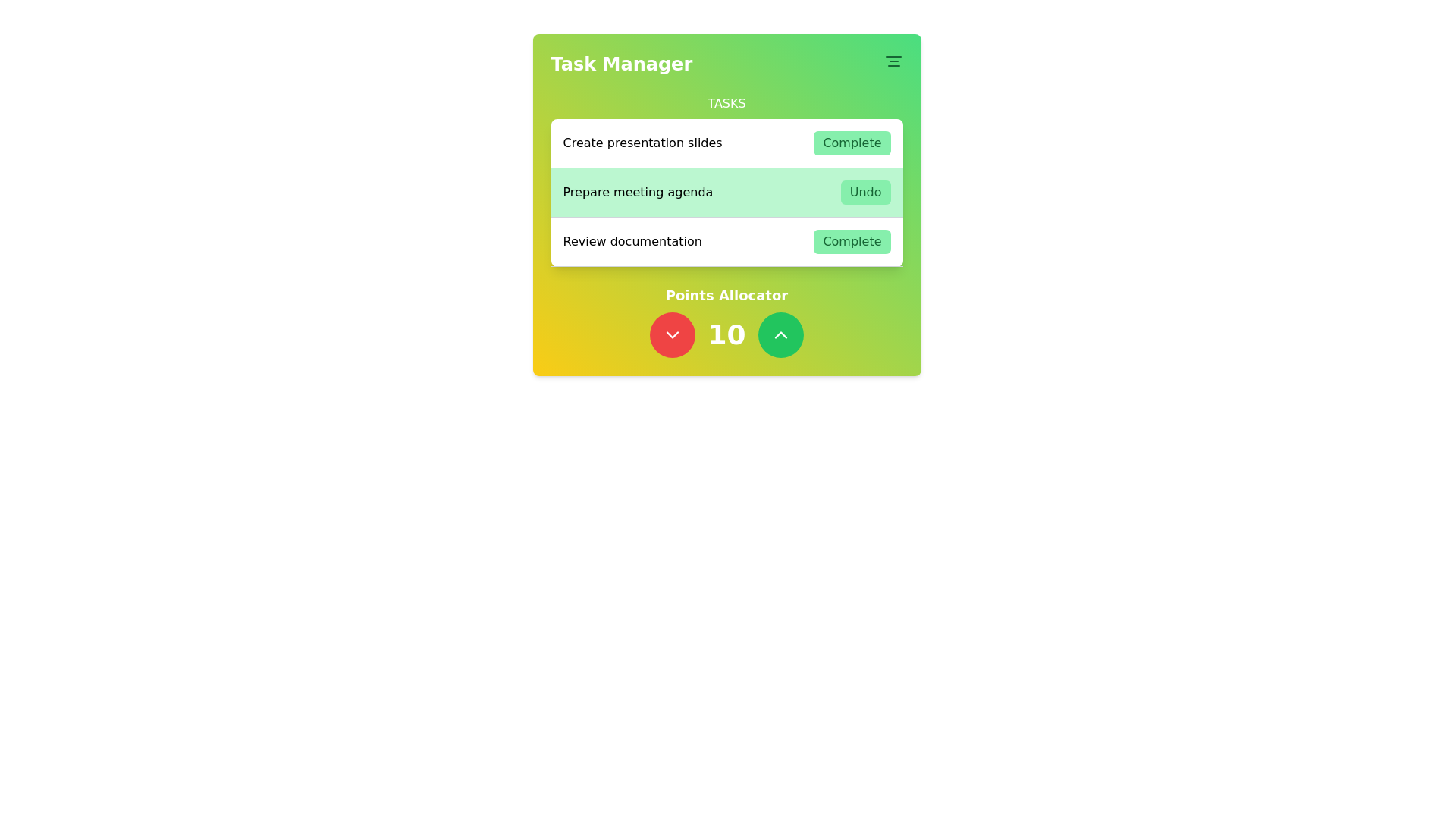  Describe the element at coordinates (726, 241) in the screenshot. I see `the 'Complete' button in the third row of the task management system to mark the task as completed` at that location.